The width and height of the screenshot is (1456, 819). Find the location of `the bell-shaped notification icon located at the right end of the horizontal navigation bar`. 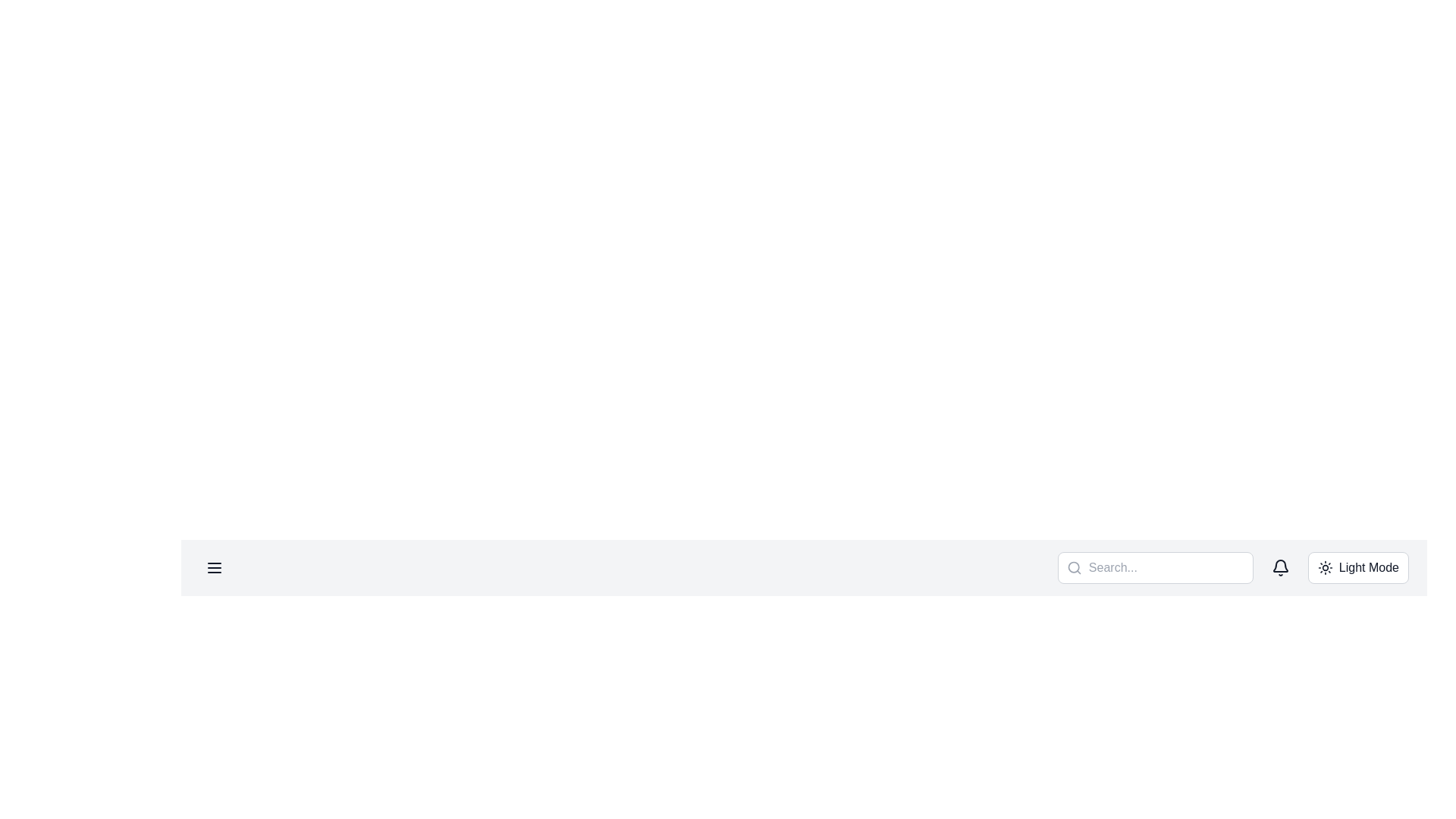

the bell-shaped notification icon located at the right end of the horizontal navigation bar is located at coordinates (1279, 567).